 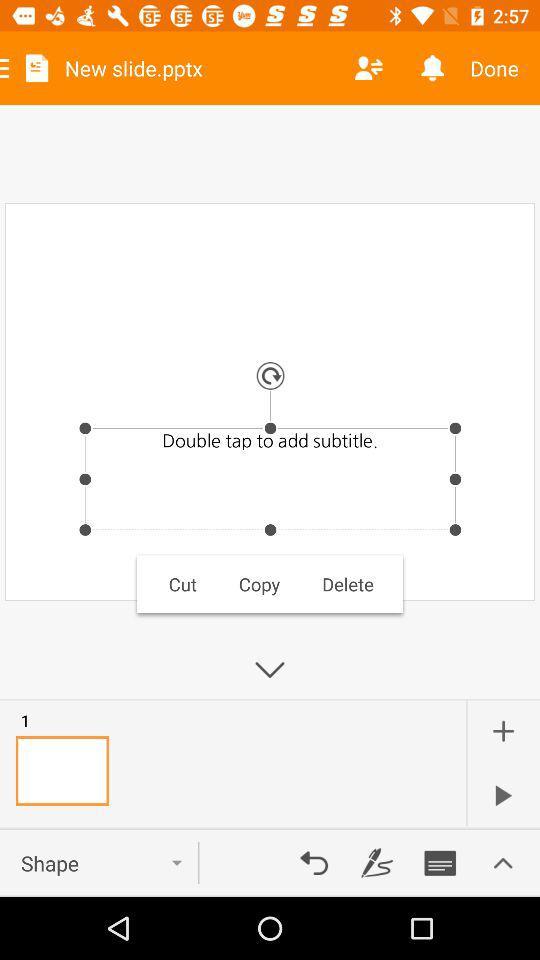 I want to click on the add icon, so click(x=502, y=730).